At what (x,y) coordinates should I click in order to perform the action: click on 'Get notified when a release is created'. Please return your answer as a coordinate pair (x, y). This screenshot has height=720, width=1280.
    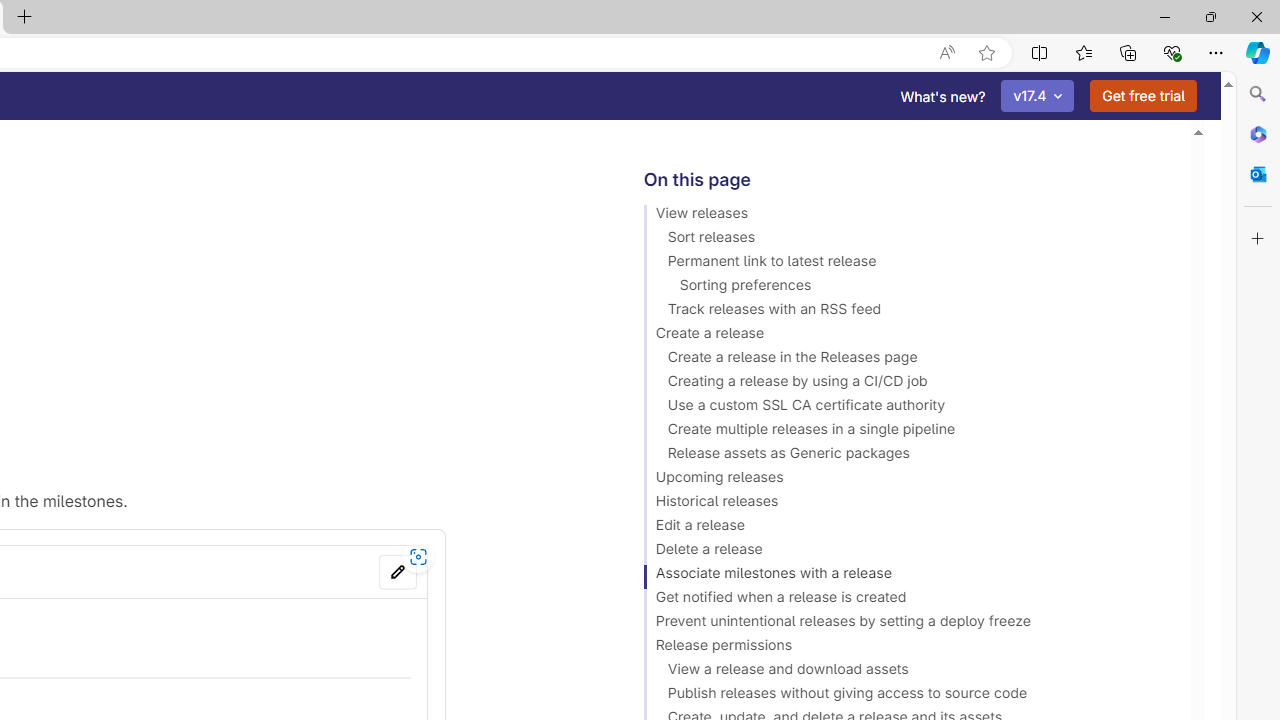
    Looking at the image, I should click on (907, 599).